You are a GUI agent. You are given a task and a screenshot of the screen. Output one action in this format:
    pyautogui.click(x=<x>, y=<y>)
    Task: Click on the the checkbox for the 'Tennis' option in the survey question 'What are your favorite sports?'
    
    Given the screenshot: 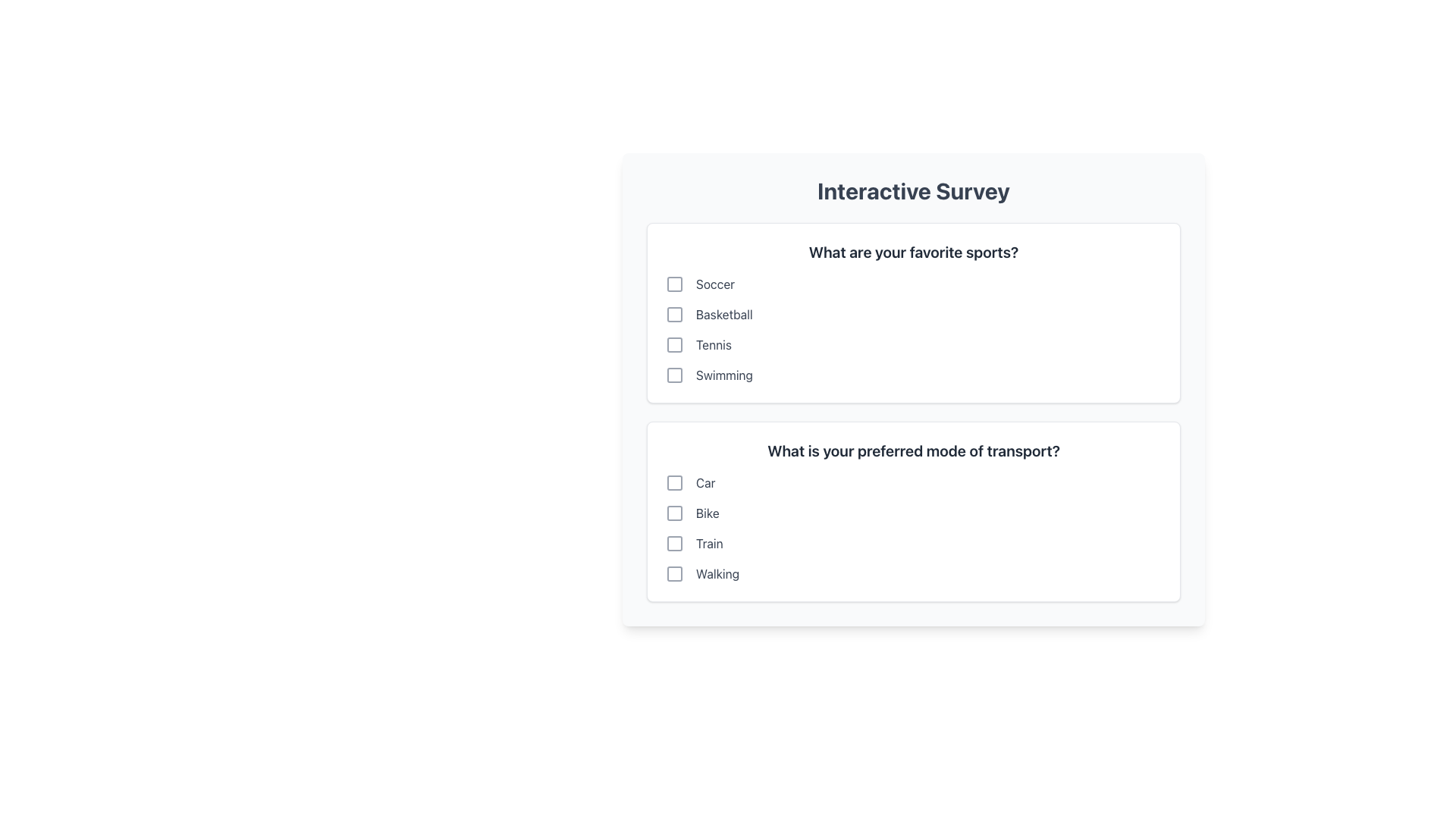 What is the action you would take?
    pyautogui.click(x=673, y=345)
    